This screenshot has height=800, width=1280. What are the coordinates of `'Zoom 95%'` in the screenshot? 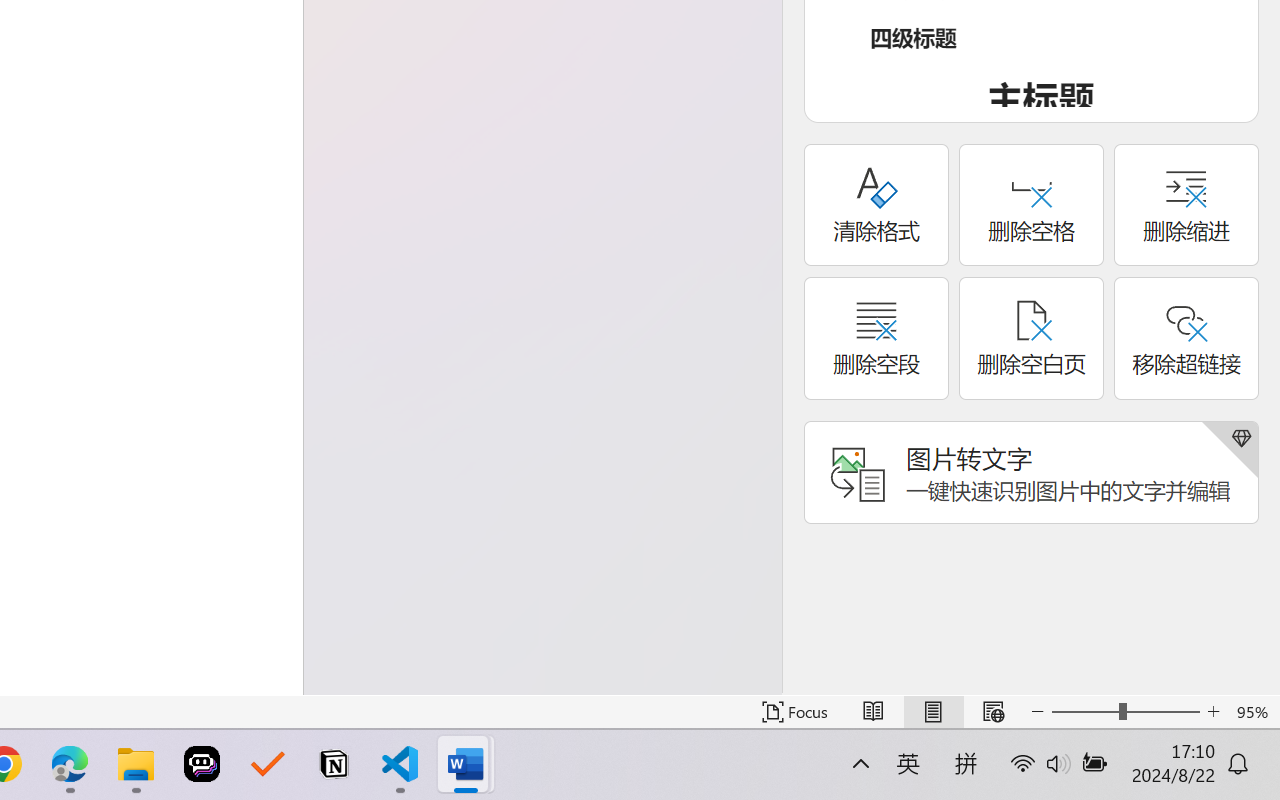 It's located at (1252, 711).